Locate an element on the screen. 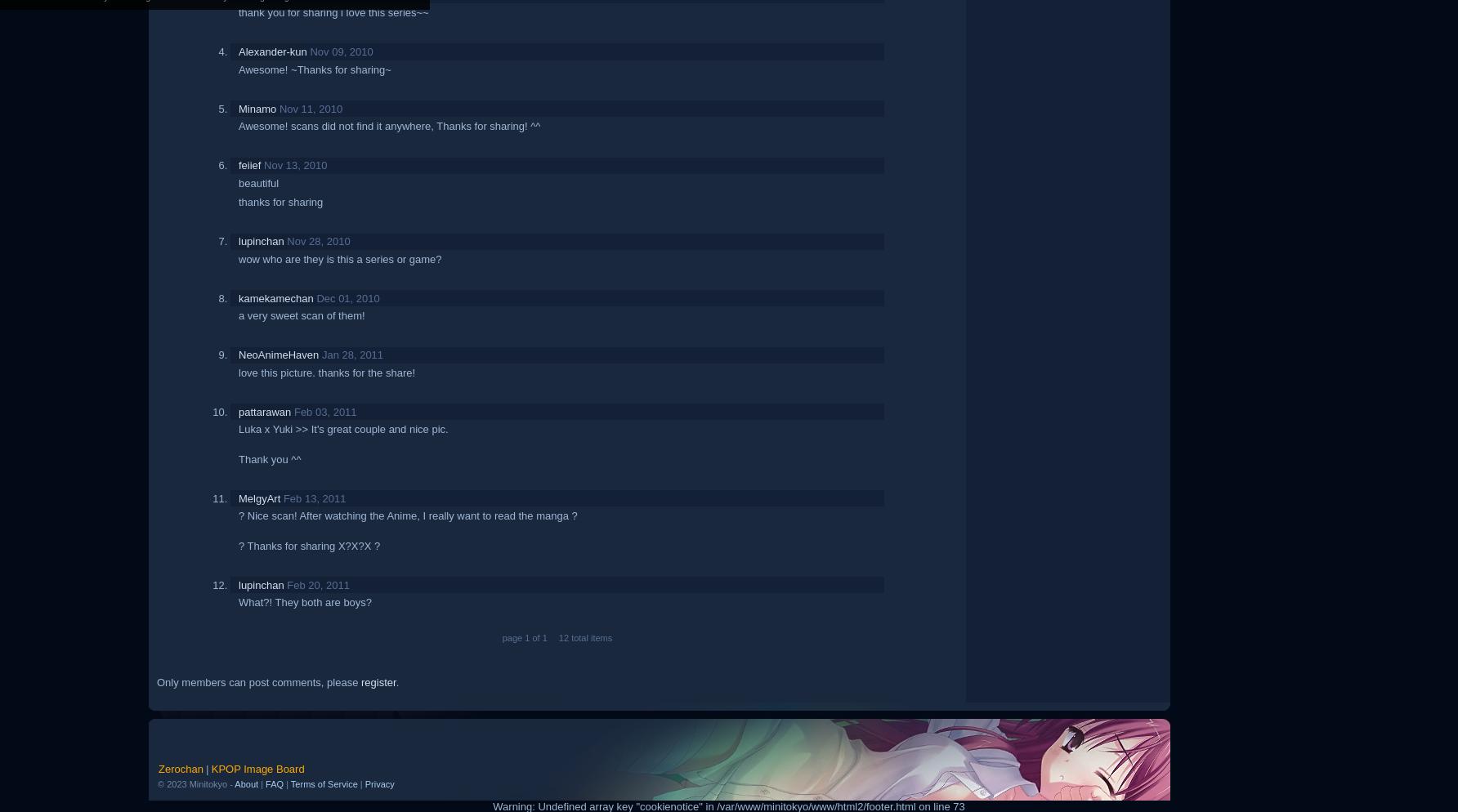 The image size is (1458, 812). 'MelgyArt' is located at coordinates (259, 497).